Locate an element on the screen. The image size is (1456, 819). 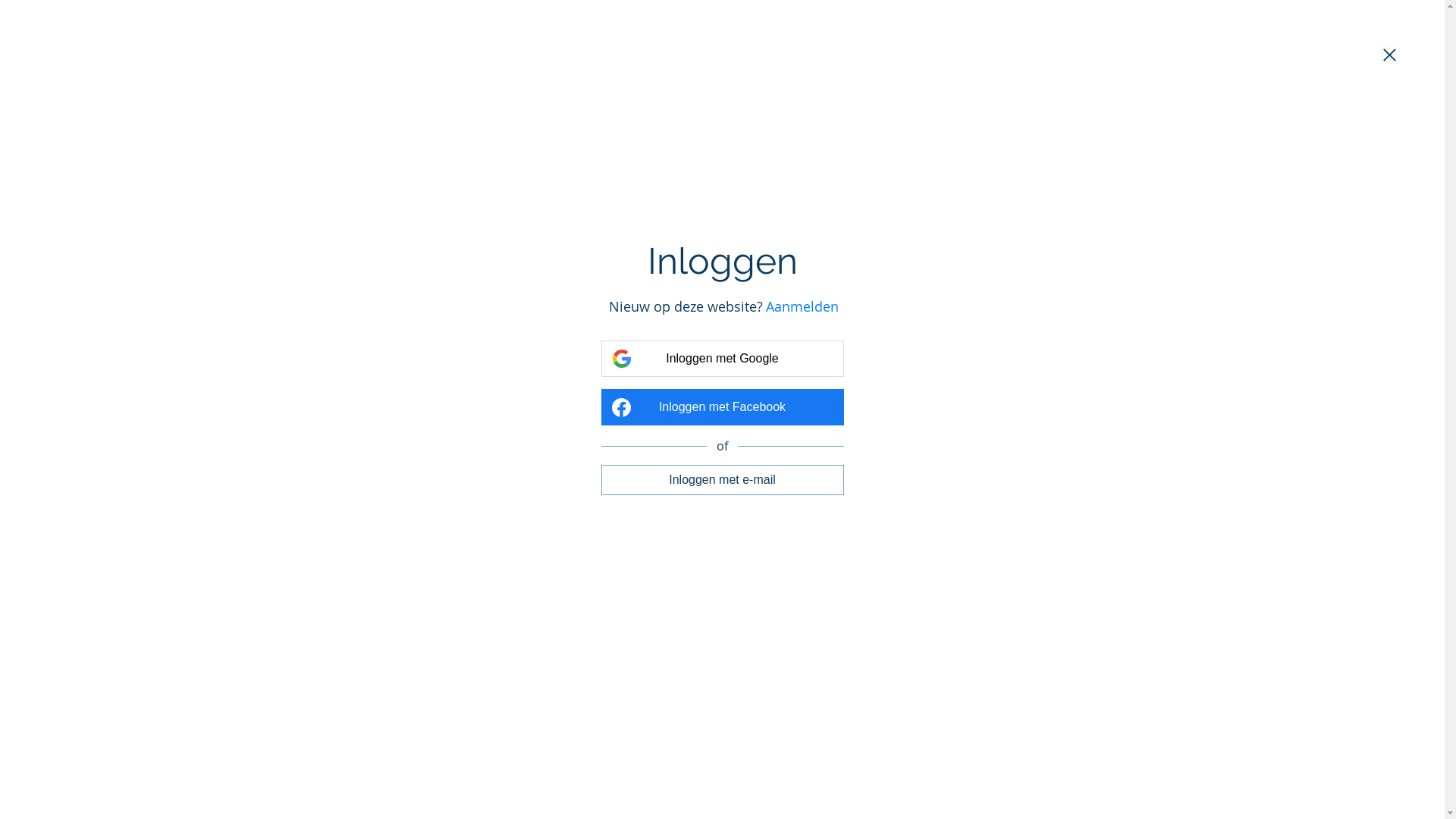
'Aanmelden' is located at coordinates (801, 306).